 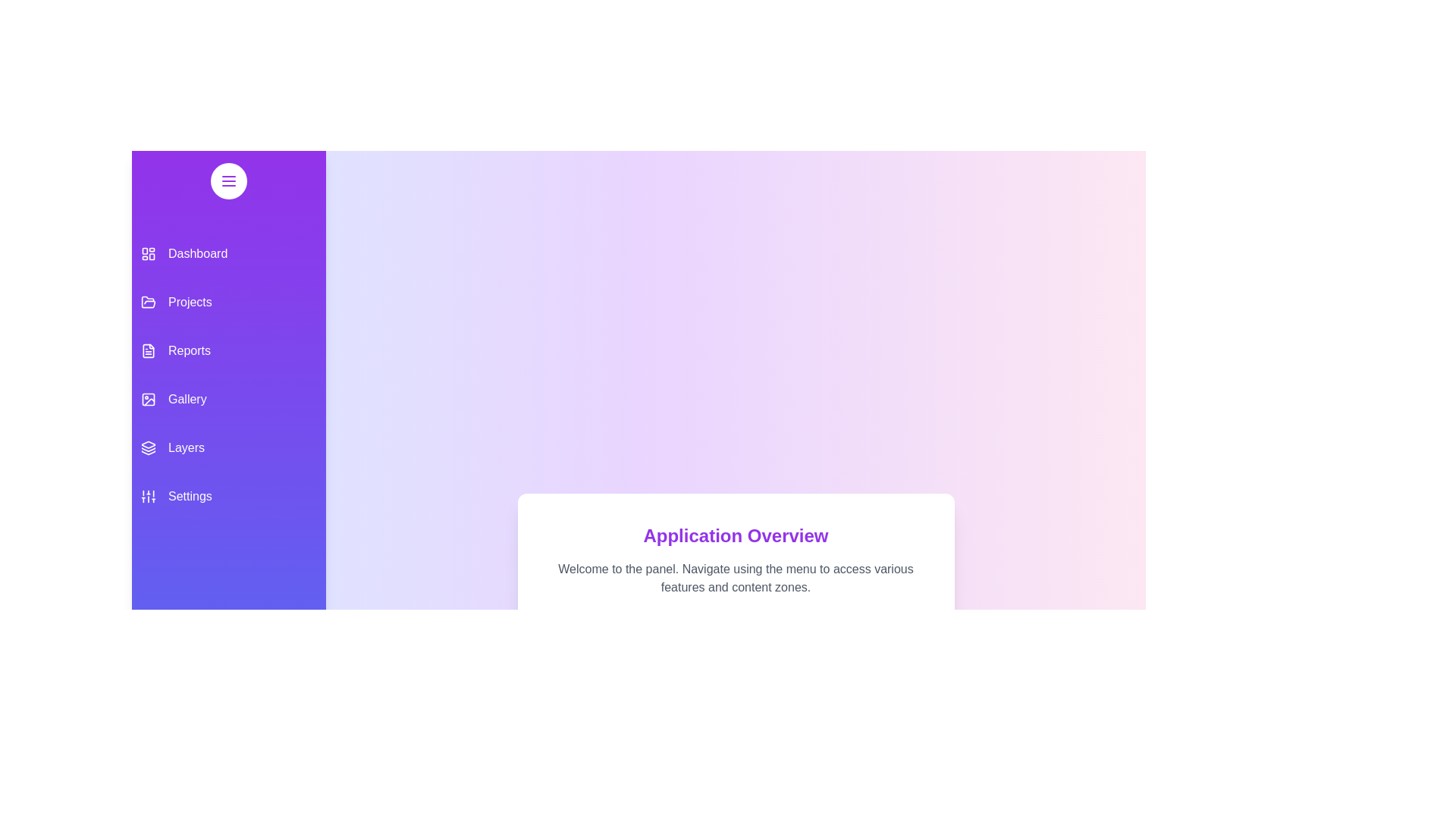 What do you see at coordinates (228, 350) in the screenshot?
I see `the menu item Reports from the drawer to navigate to its respective section` at bounding box center [228, 350].